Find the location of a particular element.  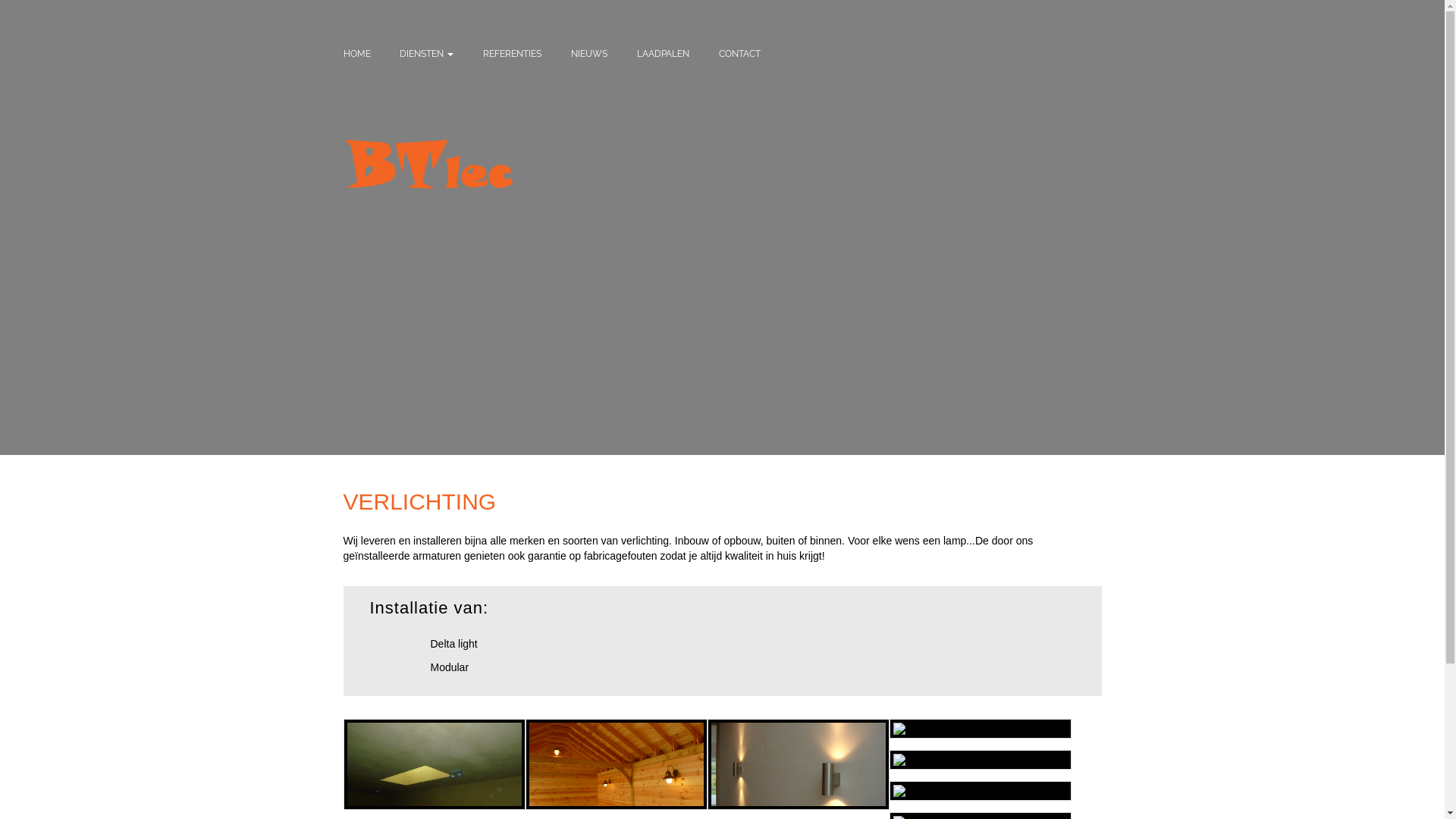

'REFERENTIES' is located at coordinates (512, 52).